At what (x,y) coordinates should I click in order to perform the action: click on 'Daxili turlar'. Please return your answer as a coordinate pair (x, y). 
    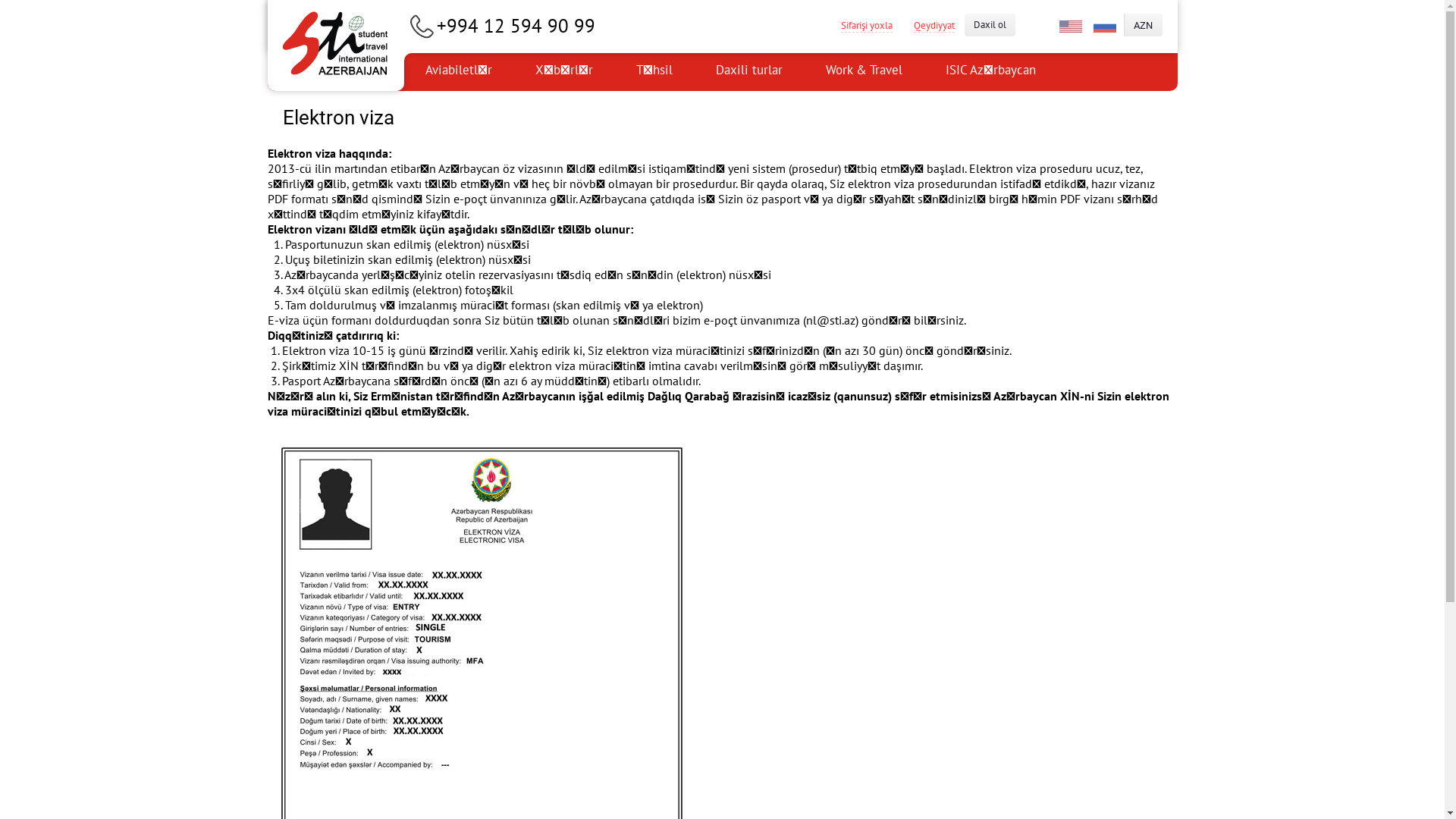
    Looking at the image, I should click on (694, 72).